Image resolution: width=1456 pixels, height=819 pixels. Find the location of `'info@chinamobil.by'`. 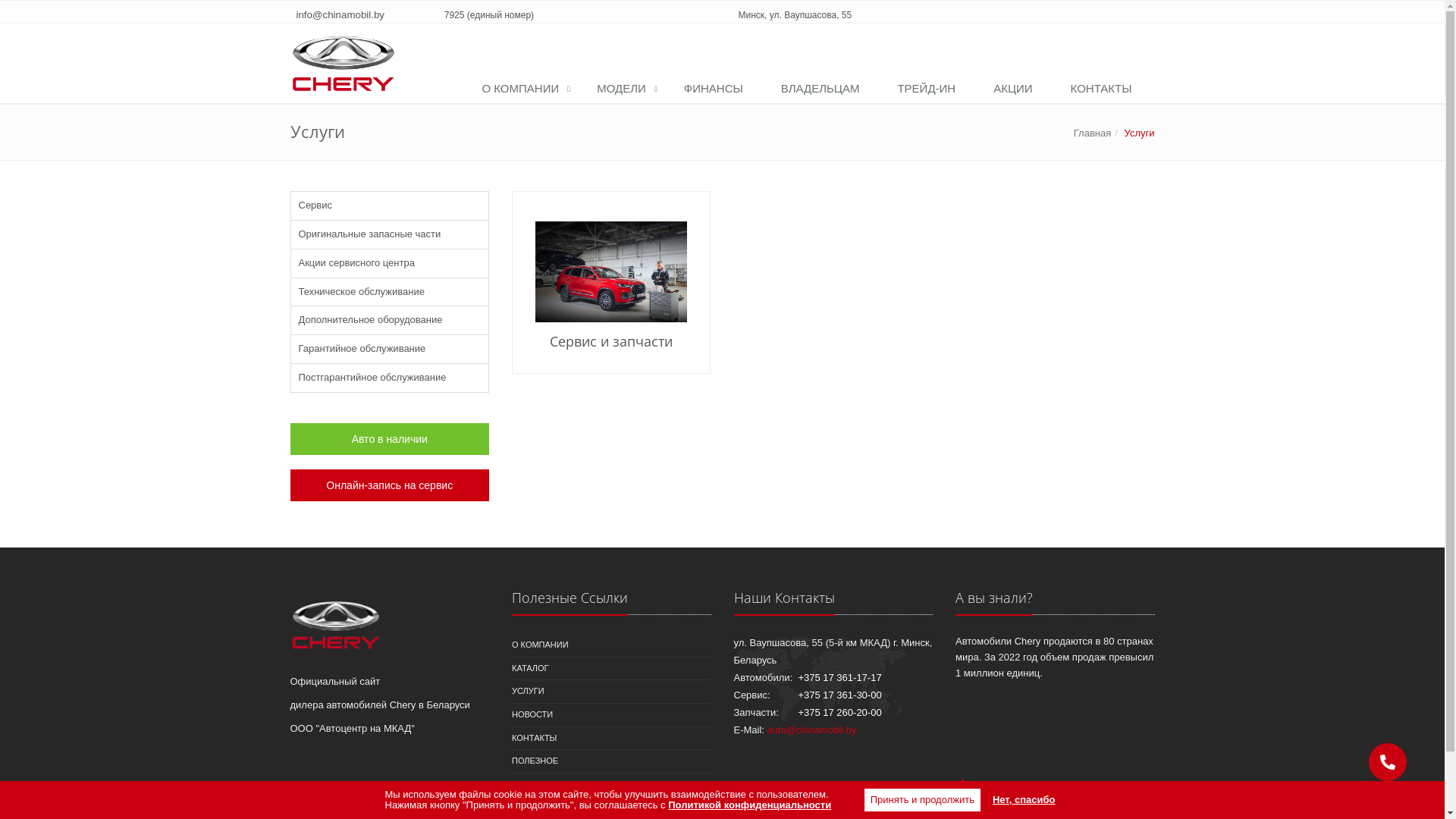

'info@chinamobil.by' is located at coordinates (339, 14).